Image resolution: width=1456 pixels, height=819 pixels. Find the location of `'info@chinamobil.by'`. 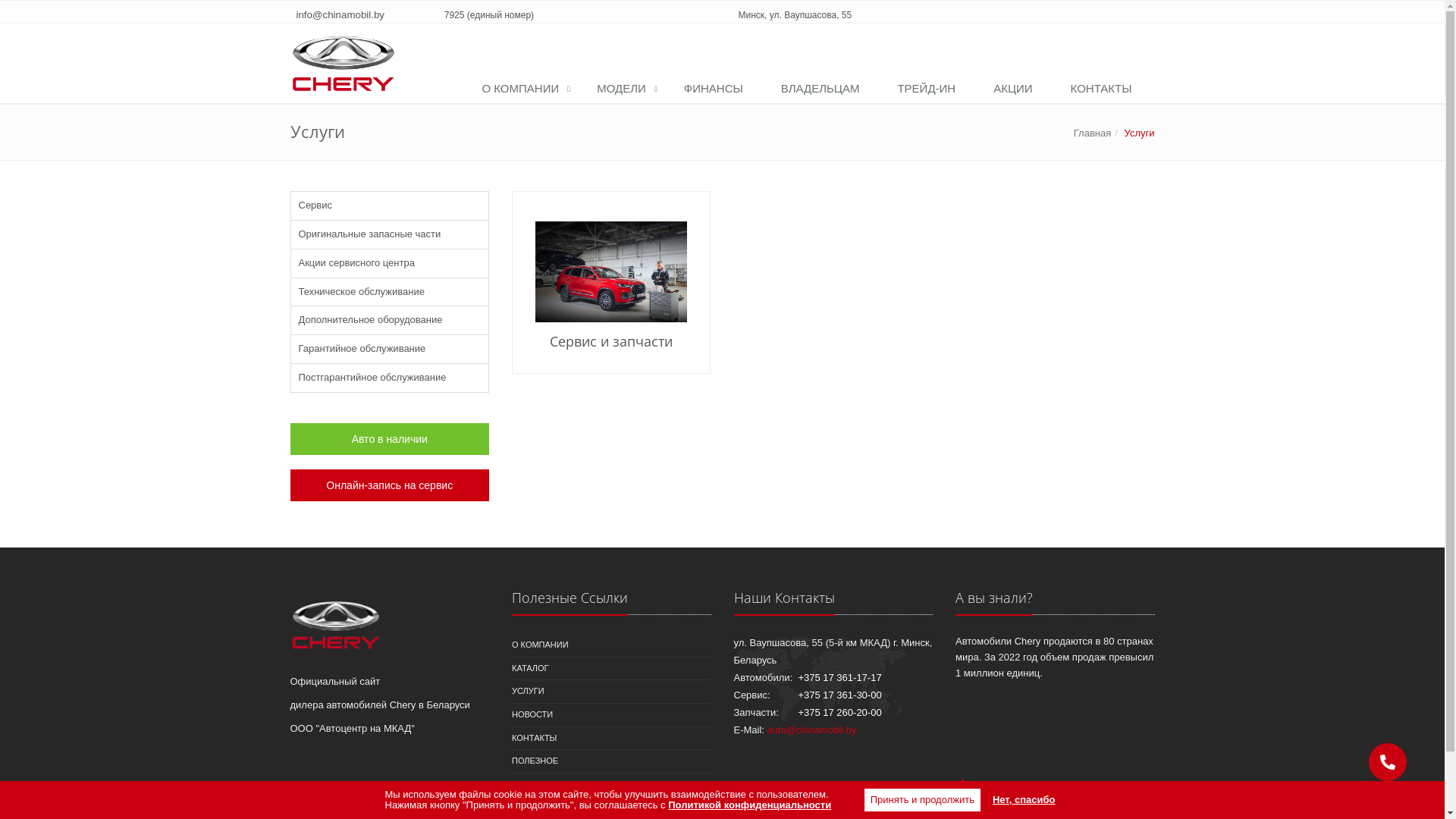

'info@chinamobil.by' is located at coordinates (339, 14).